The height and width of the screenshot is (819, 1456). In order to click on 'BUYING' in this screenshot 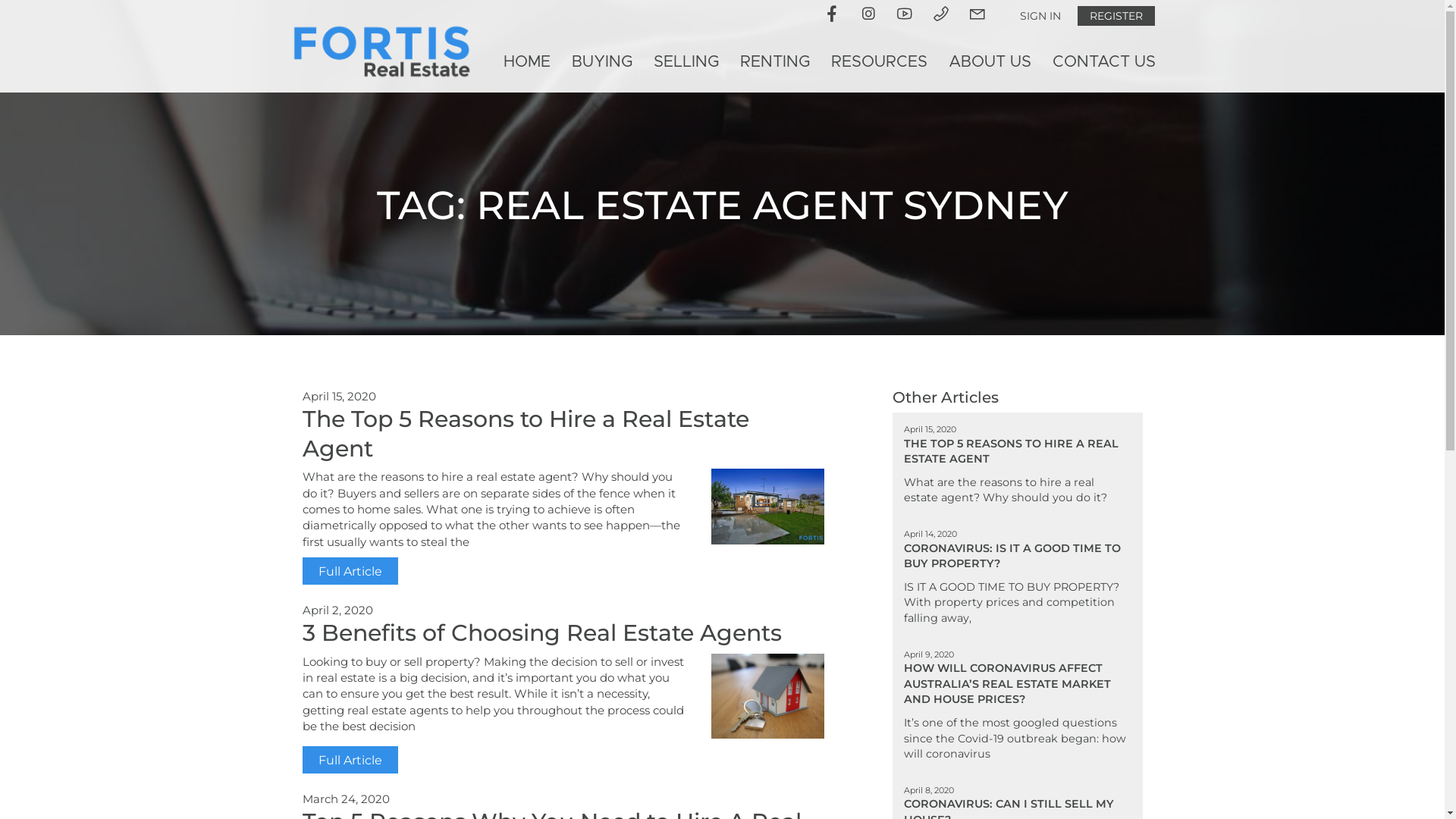, I will do `click(601, 61)`.